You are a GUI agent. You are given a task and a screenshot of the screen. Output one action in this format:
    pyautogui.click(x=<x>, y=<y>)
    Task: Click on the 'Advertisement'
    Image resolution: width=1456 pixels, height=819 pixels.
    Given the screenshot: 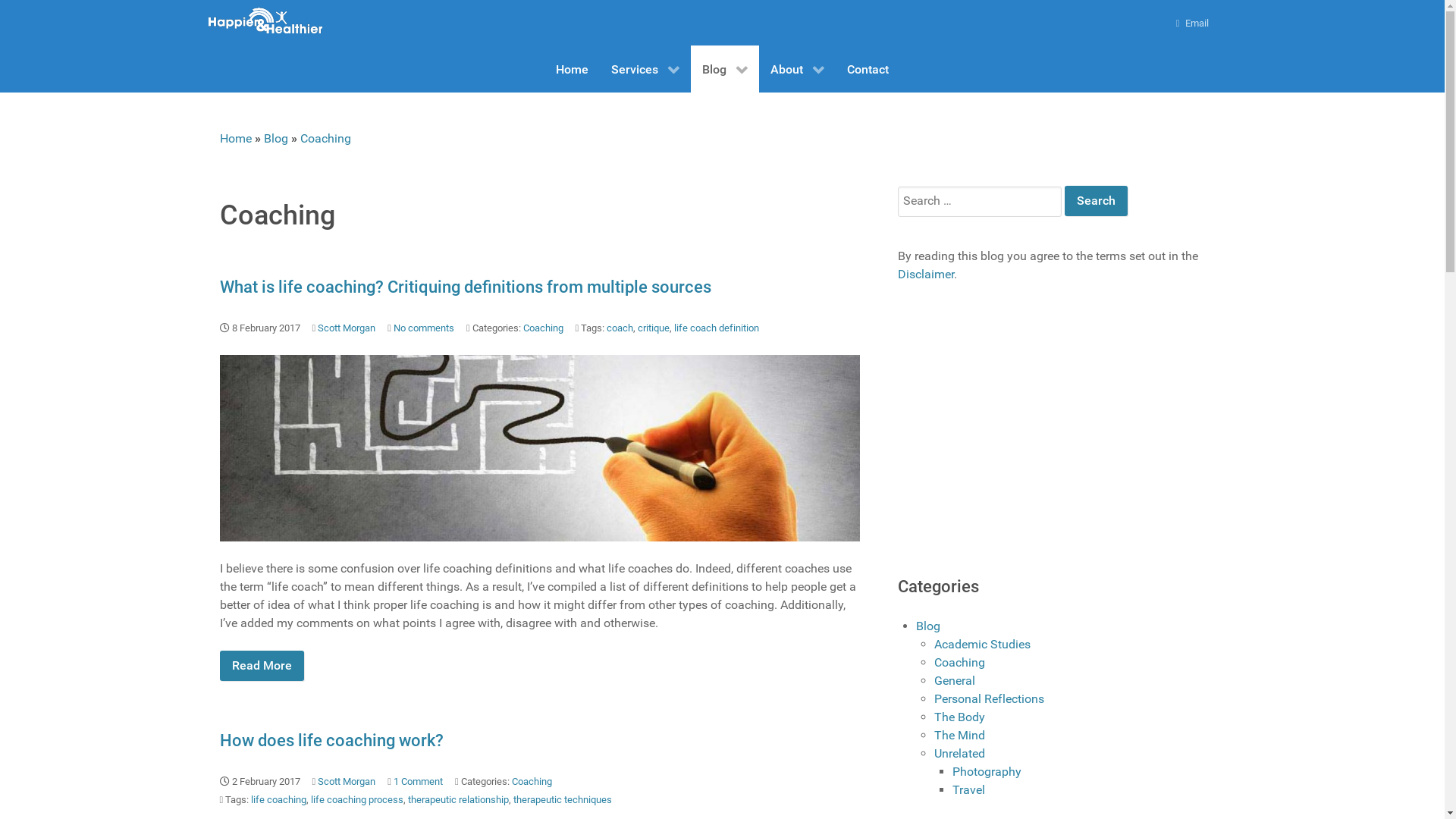 What is the action you would take?
    pyautogui.click(x=1025, y=444)
    